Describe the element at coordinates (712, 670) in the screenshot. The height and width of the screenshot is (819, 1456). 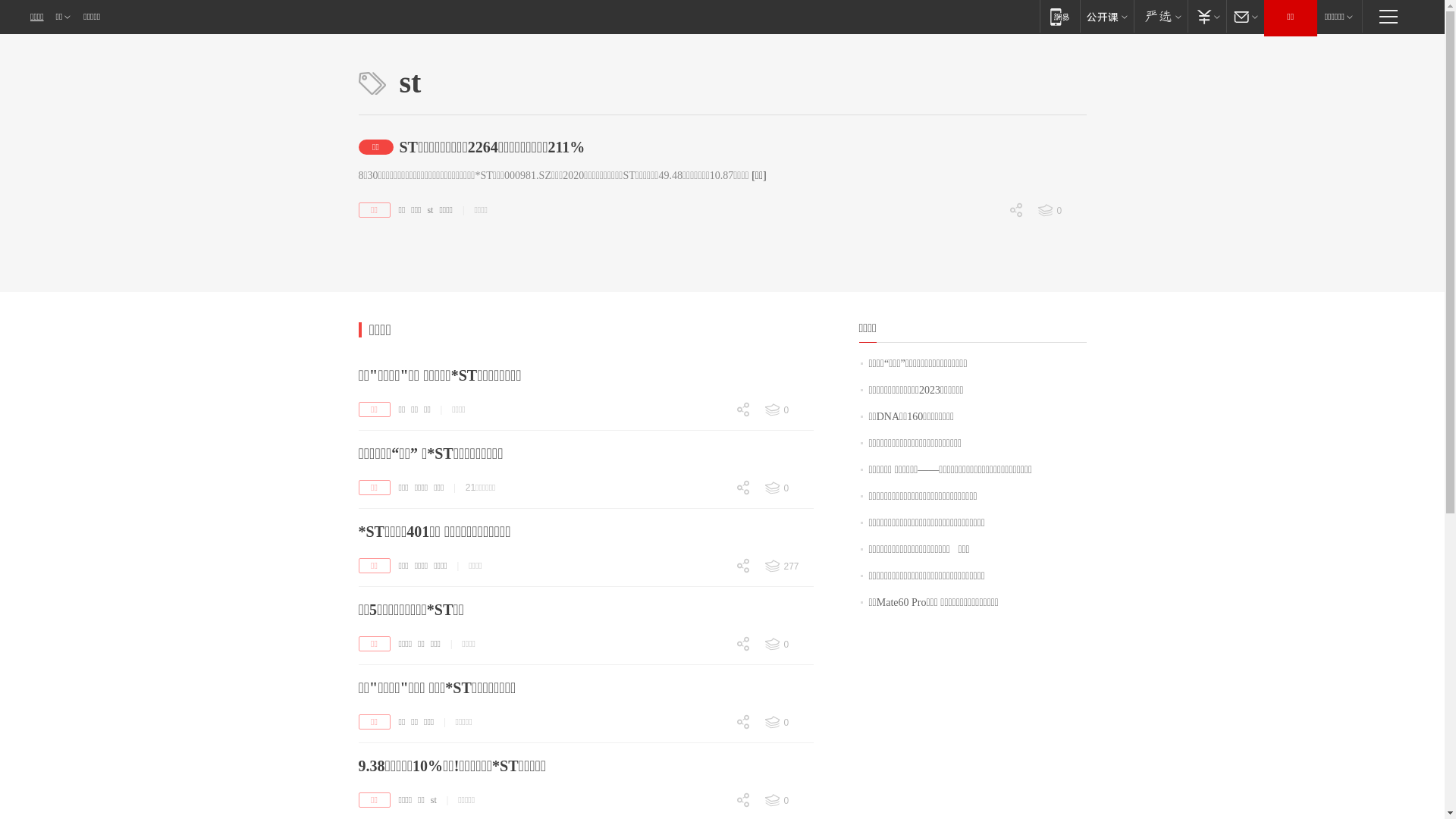
I see `'0'` at that location.